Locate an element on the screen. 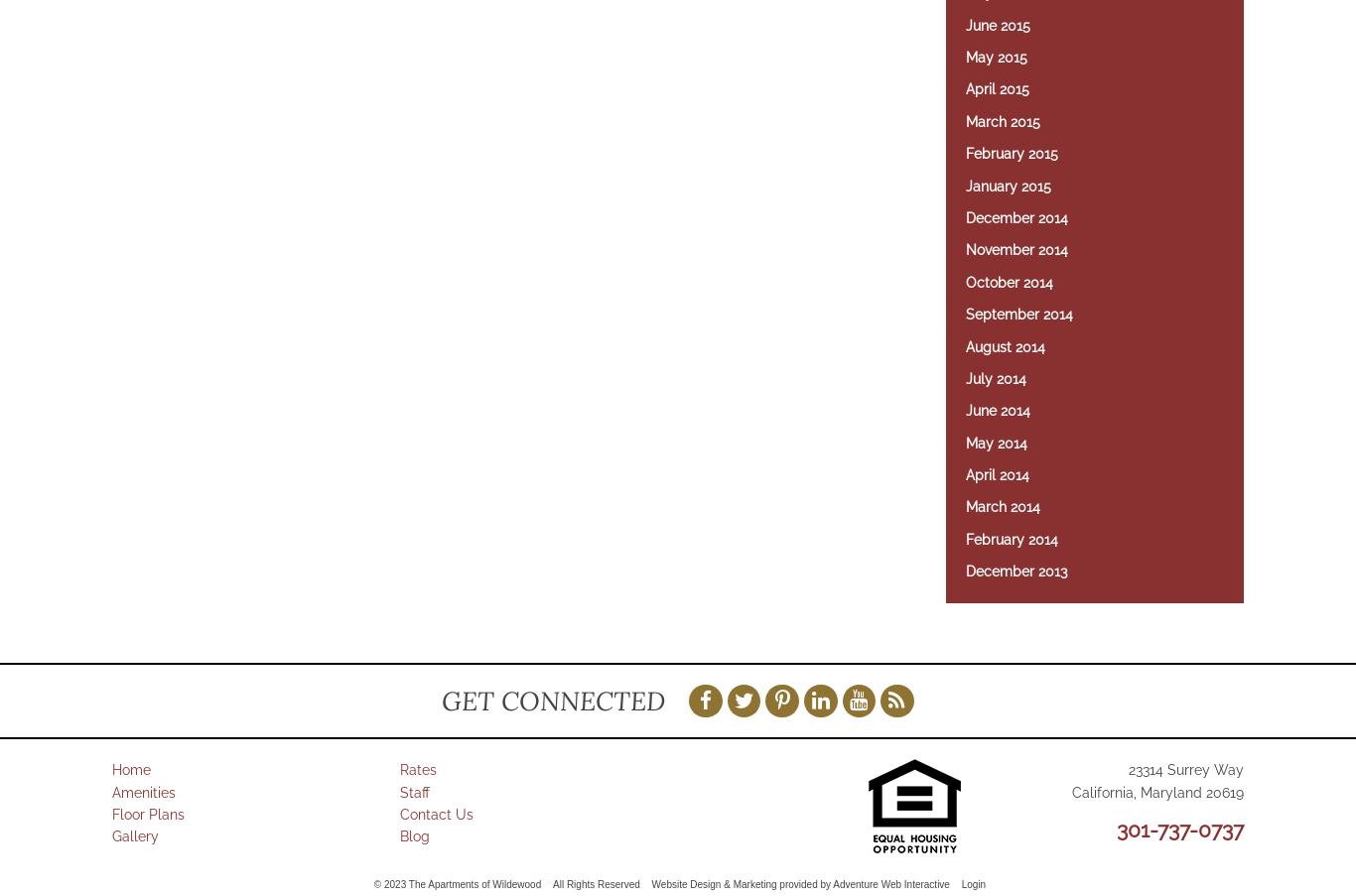 The width and height of the screenshot is (1356, 896). '301-737-0737' is located at coordinates (1116, 829).